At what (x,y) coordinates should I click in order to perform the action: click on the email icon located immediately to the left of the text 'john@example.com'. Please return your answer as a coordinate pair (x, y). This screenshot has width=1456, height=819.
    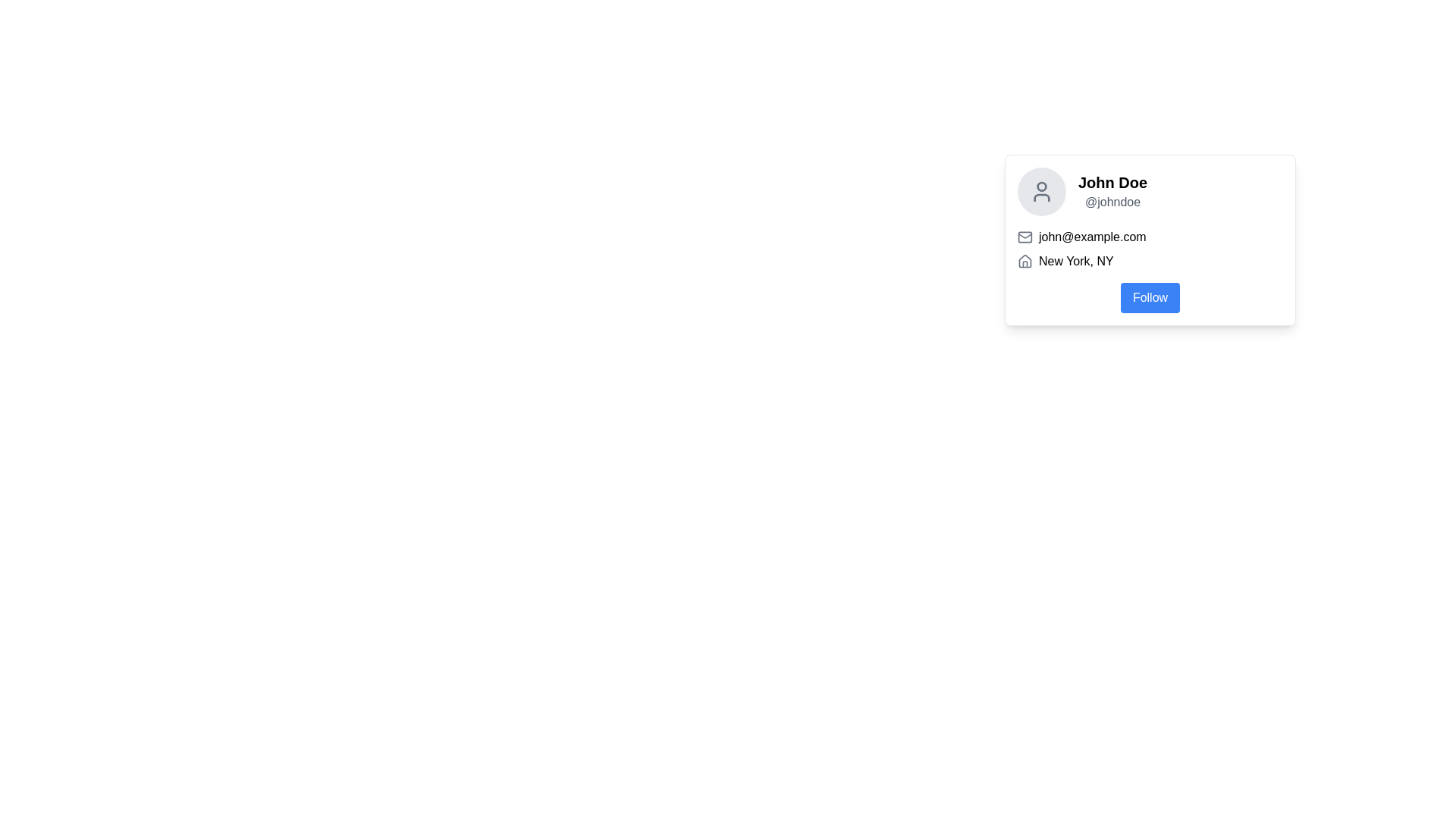
    Looking at the image, I should click on (1025, 237).